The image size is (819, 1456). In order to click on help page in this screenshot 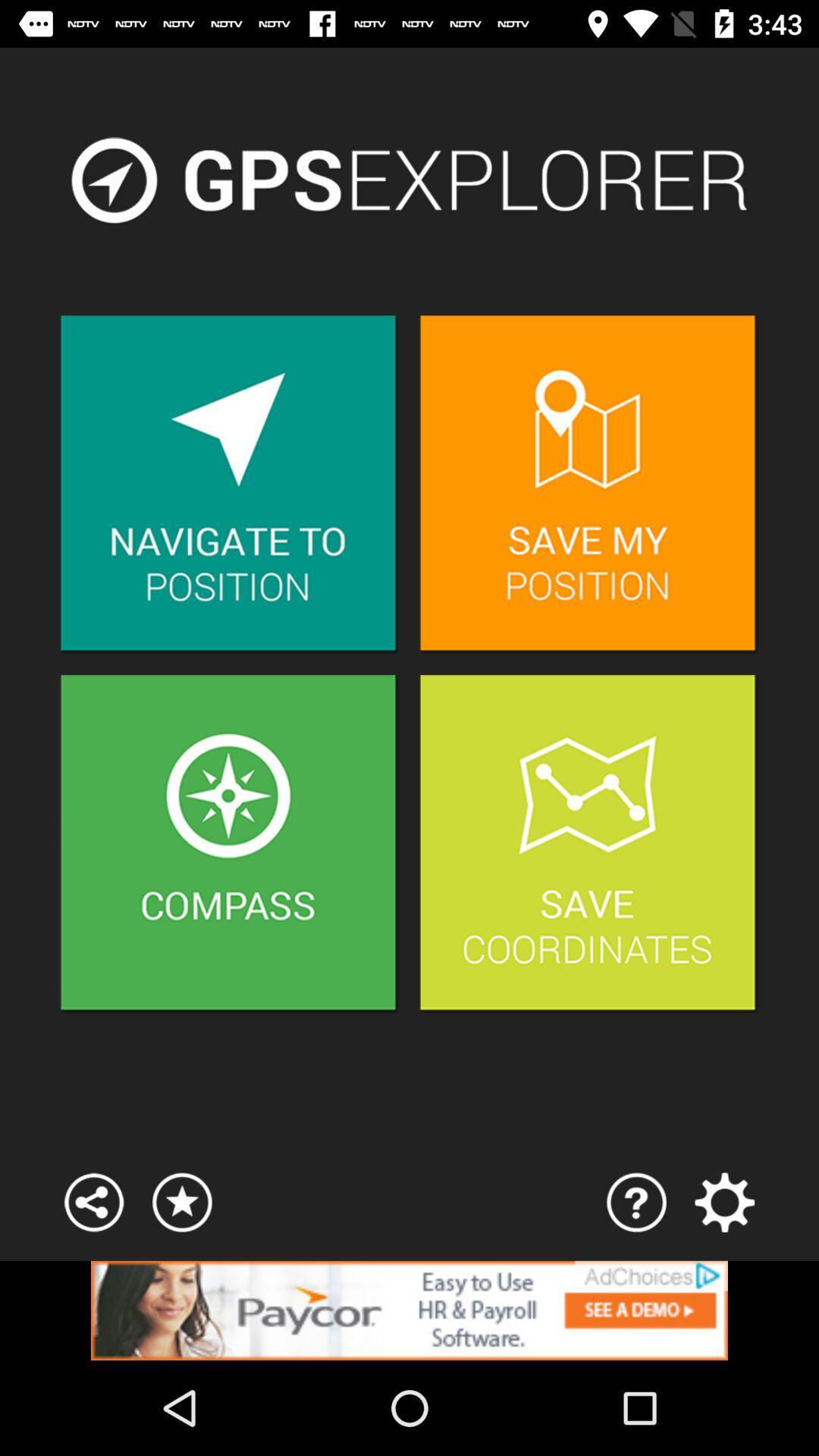, I will do `click(636, 1201)`.